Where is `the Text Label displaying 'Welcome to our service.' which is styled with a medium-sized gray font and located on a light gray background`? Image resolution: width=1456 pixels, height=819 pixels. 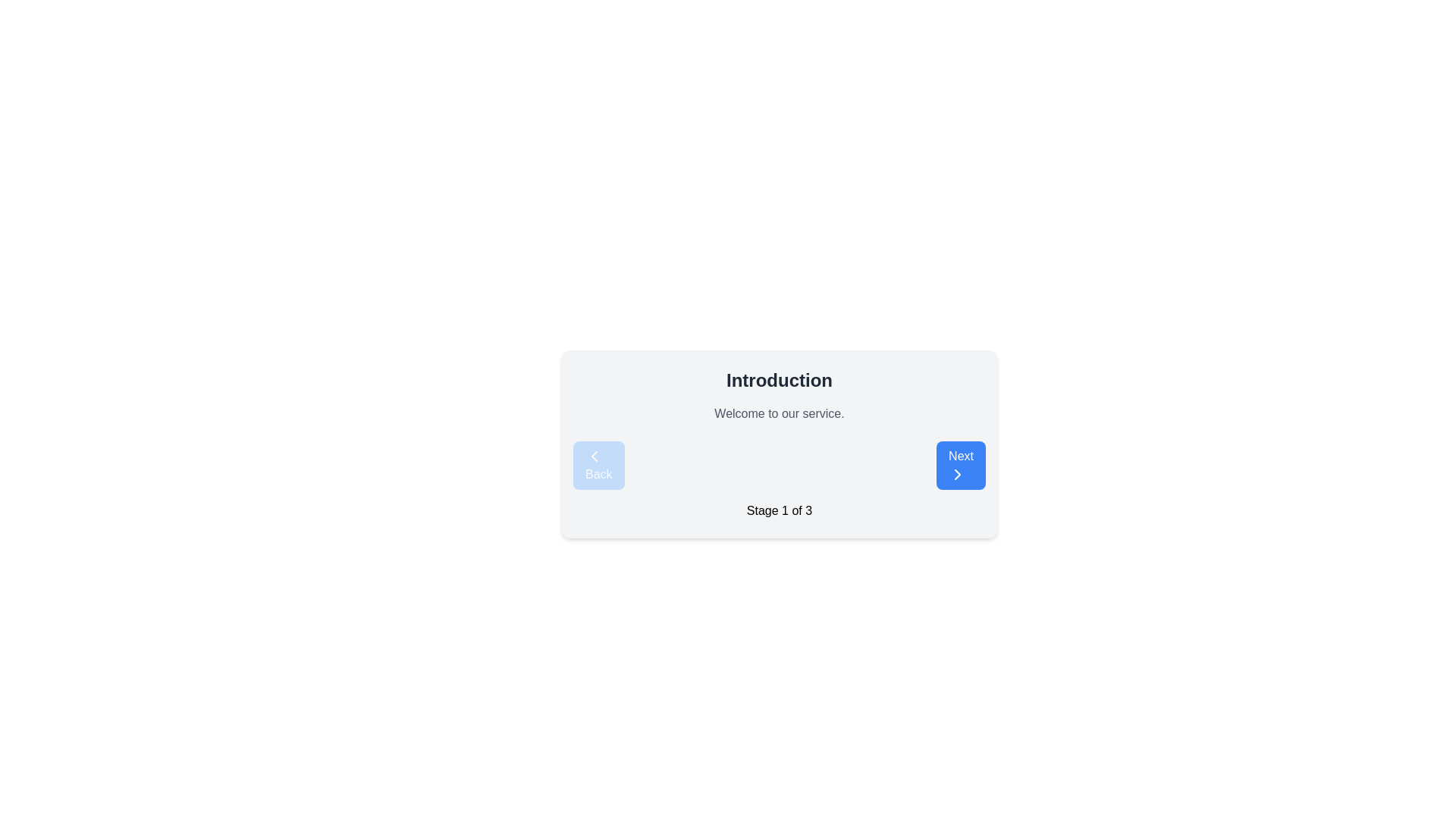
the Text Label displaying 'Welcome to our service.' which is styled with a medium-sized gray font and located on a light gray background is located at coordinates (779, 414).